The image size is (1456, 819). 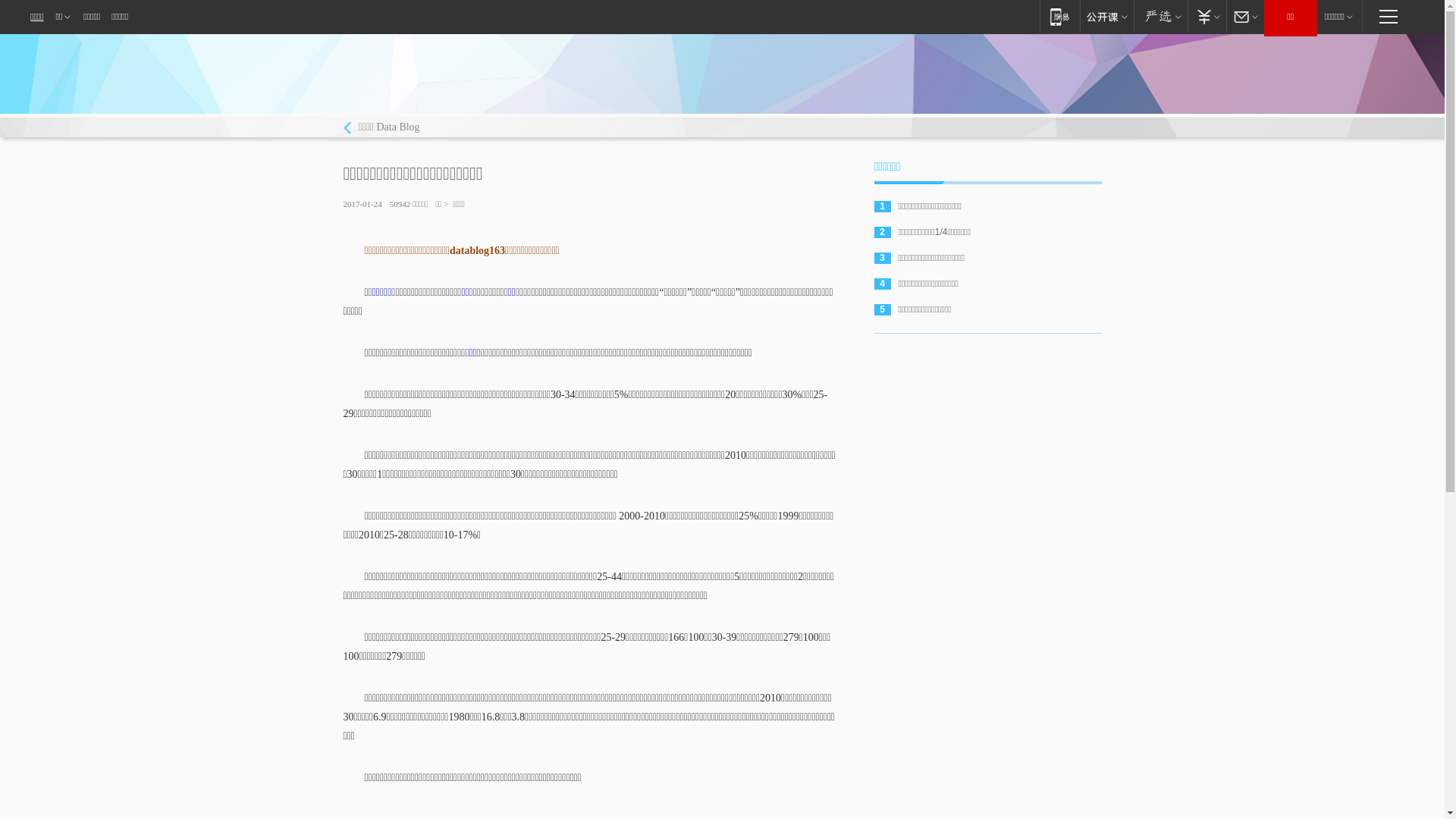 I want to click on '50942', so click(x=400, y=203).